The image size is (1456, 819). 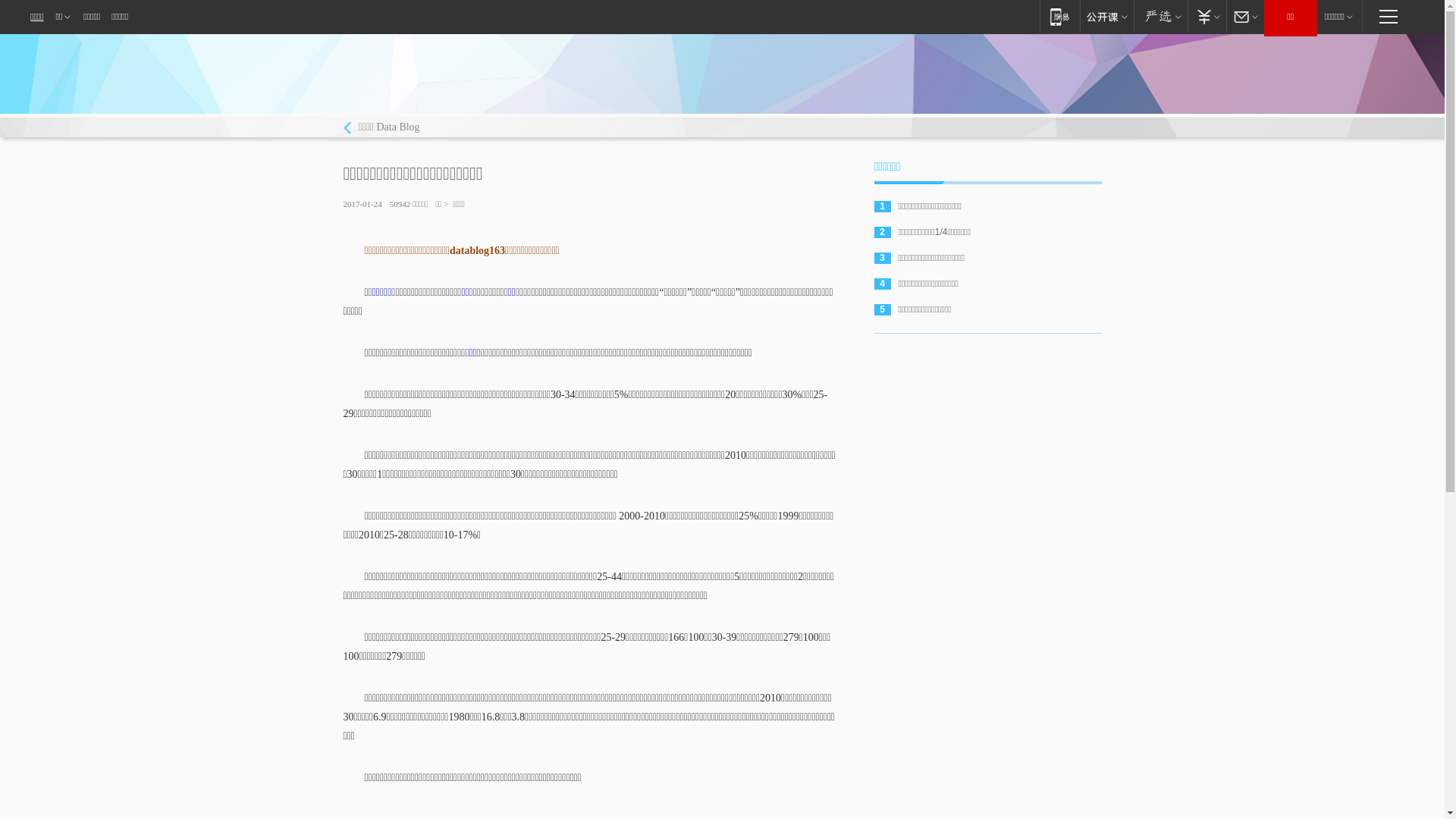 I want to click on '50942', so click(x=400, y=203).